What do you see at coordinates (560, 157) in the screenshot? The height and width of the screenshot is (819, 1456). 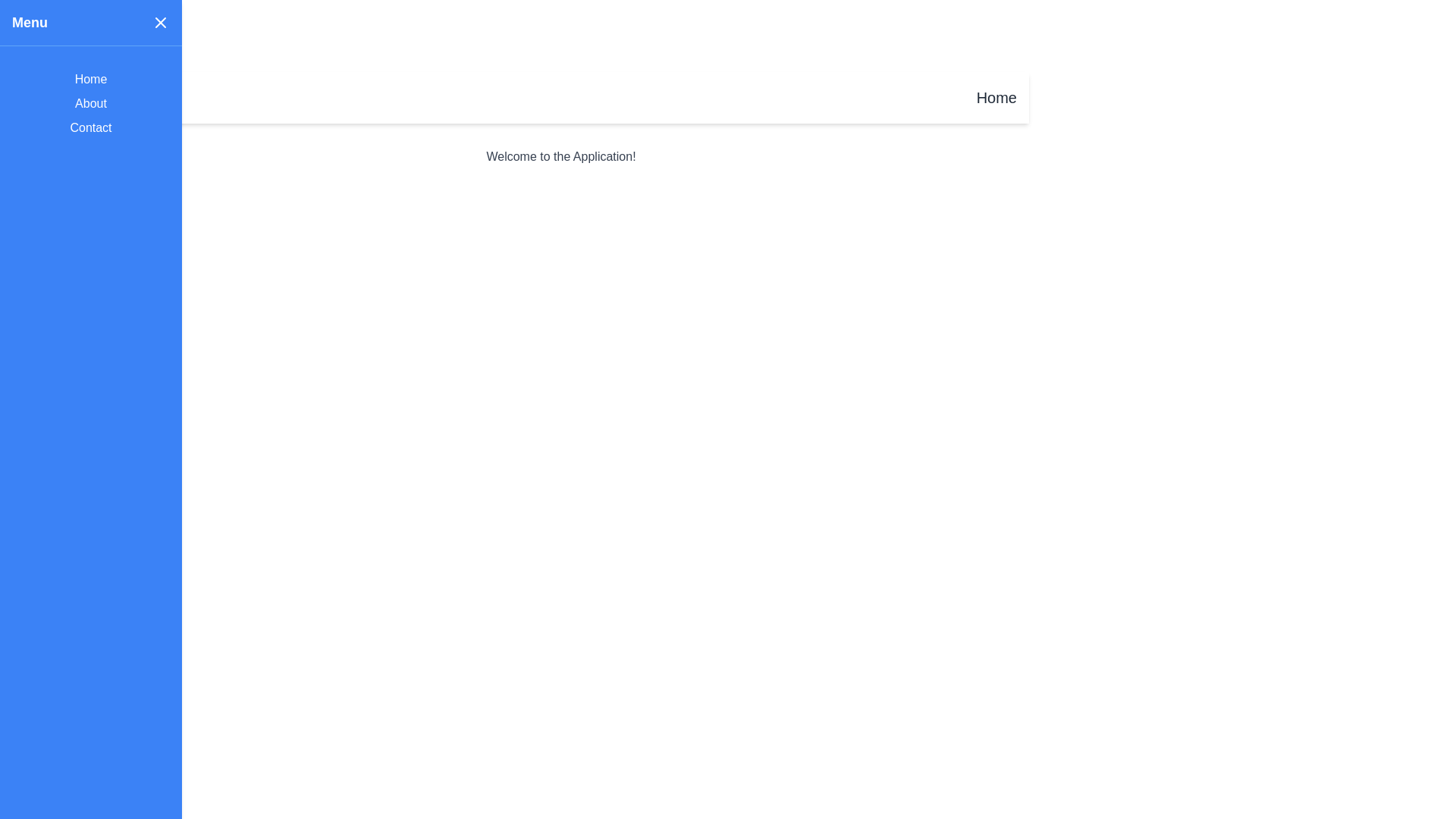 I see `the welcoming message text label located centrally below the 'Home' header` at bounding box center [560, 157].